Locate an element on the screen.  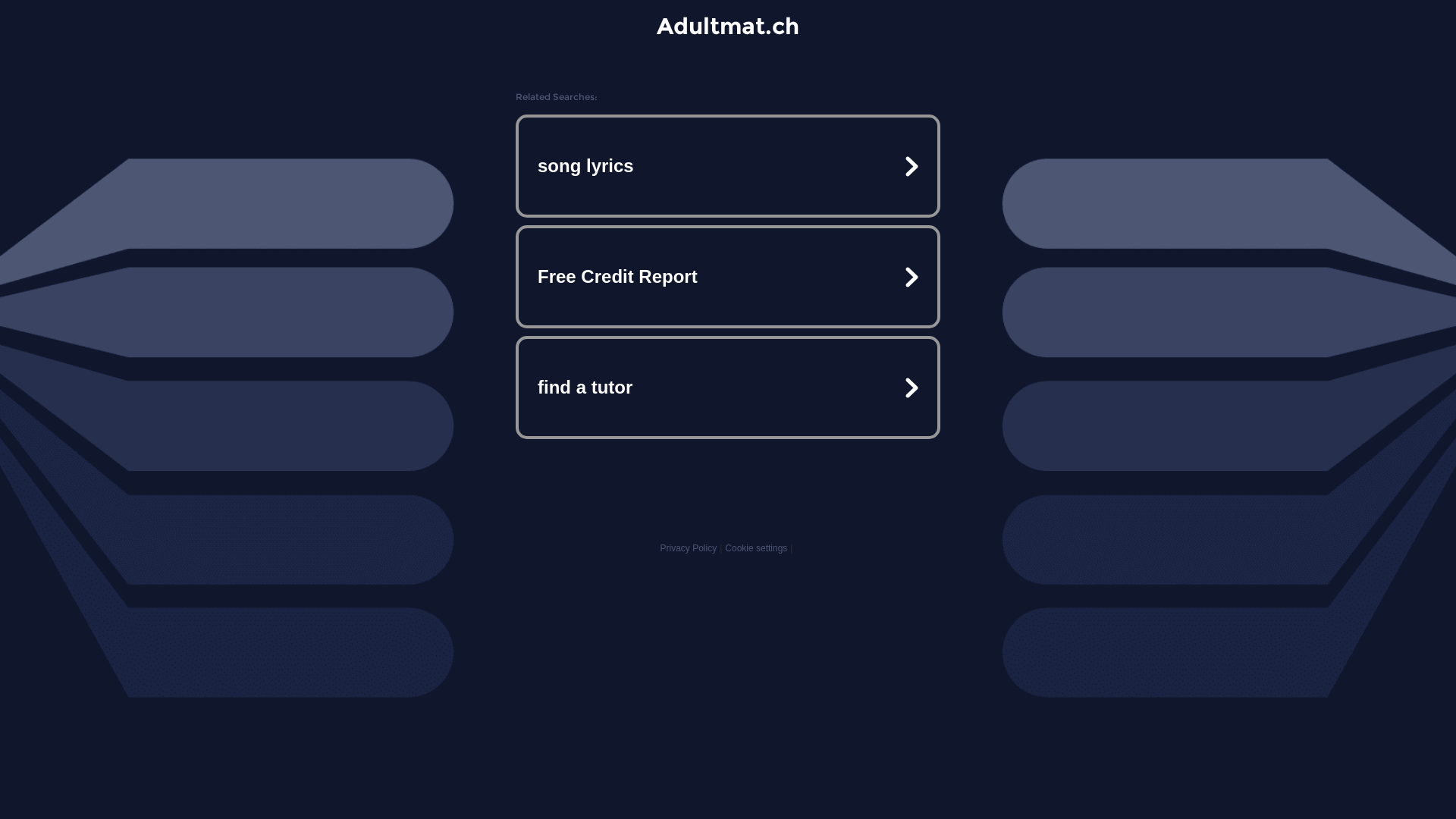
'Privacy Policy' is located at coordinates (687, 548).